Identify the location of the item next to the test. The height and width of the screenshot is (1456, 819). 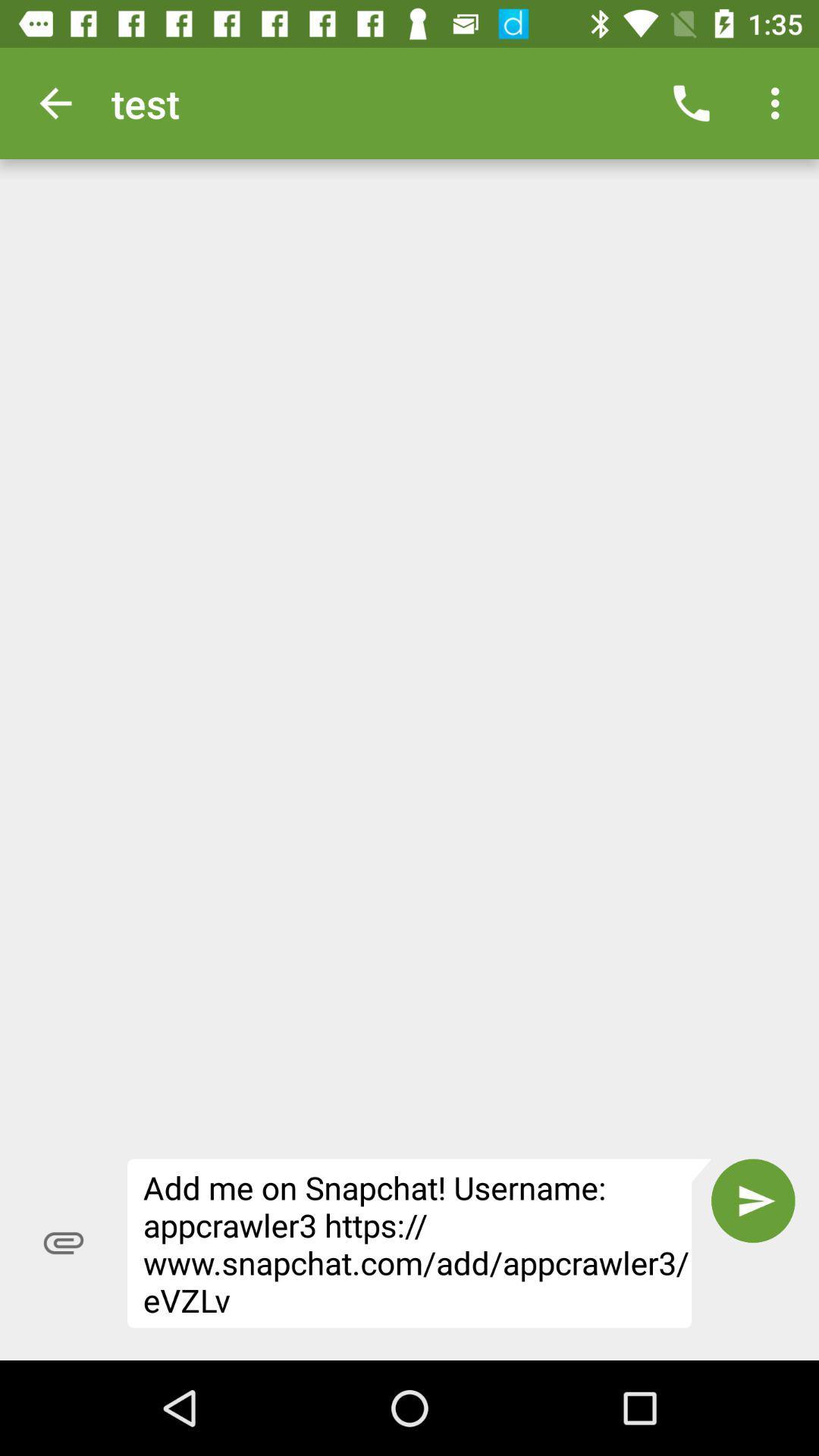
(55, 102).